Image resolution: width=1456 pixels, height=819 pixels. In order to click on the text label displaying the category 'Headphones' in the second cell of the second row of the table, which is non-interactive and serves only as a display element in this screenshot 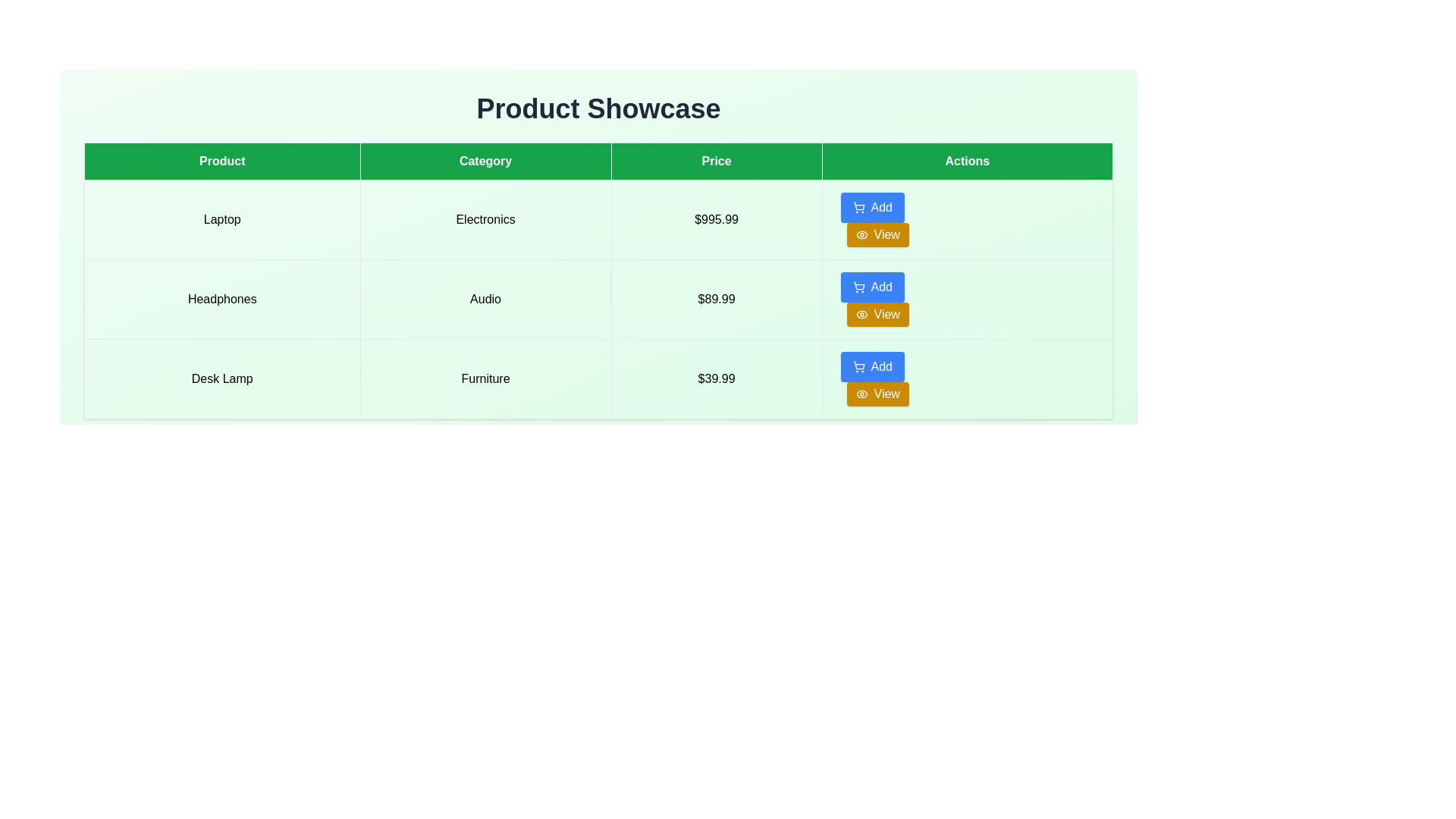, I will do `click(485, 299)`.